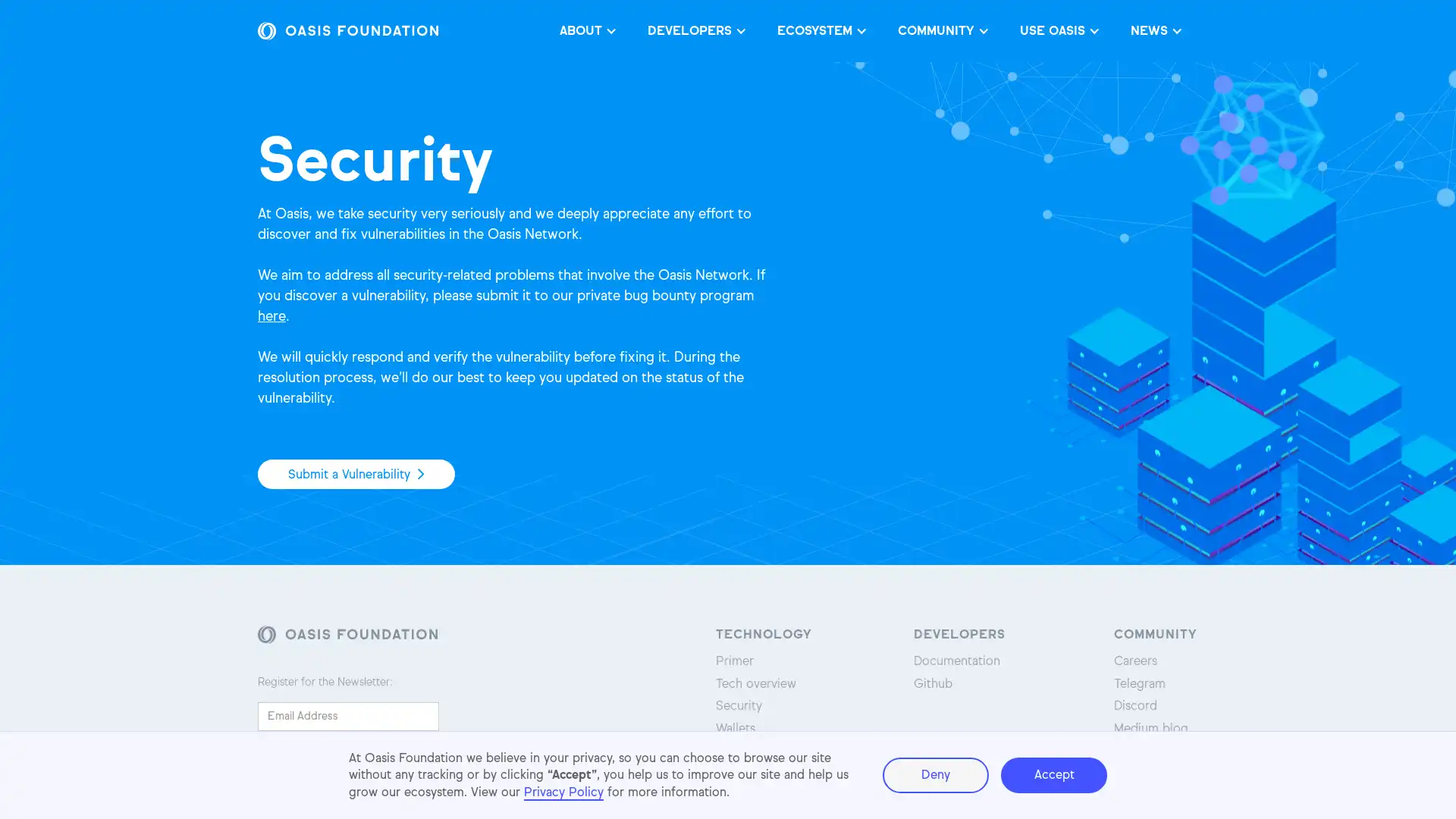  Describe the element at coordinates (1053, 775) in the screenshot. I see `Accept` at that location.